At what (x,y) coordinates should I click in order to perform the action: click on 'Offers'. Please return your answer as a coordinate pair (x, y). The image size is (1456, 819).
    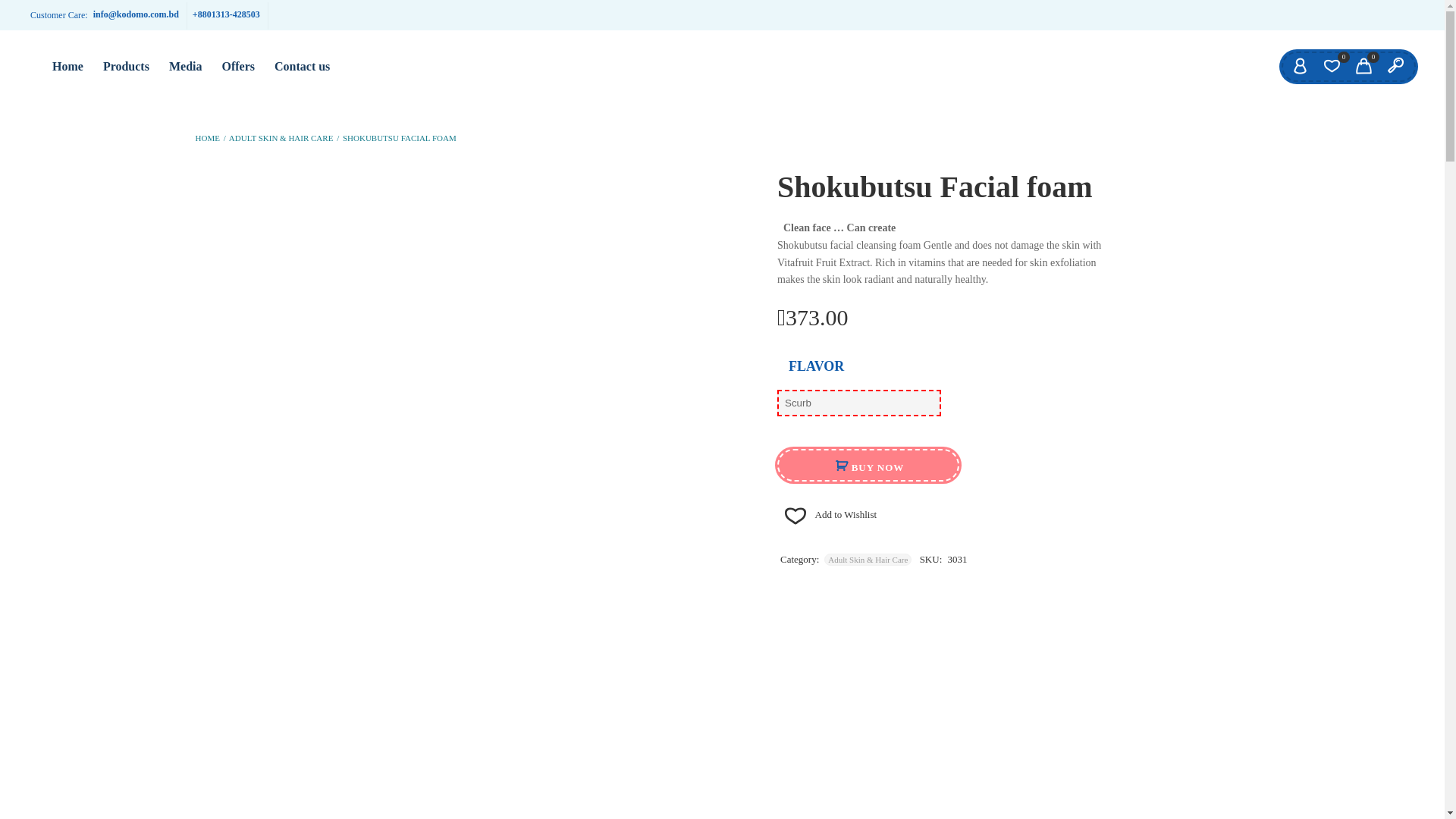
    Looking at the image, I should click on (210, 66).